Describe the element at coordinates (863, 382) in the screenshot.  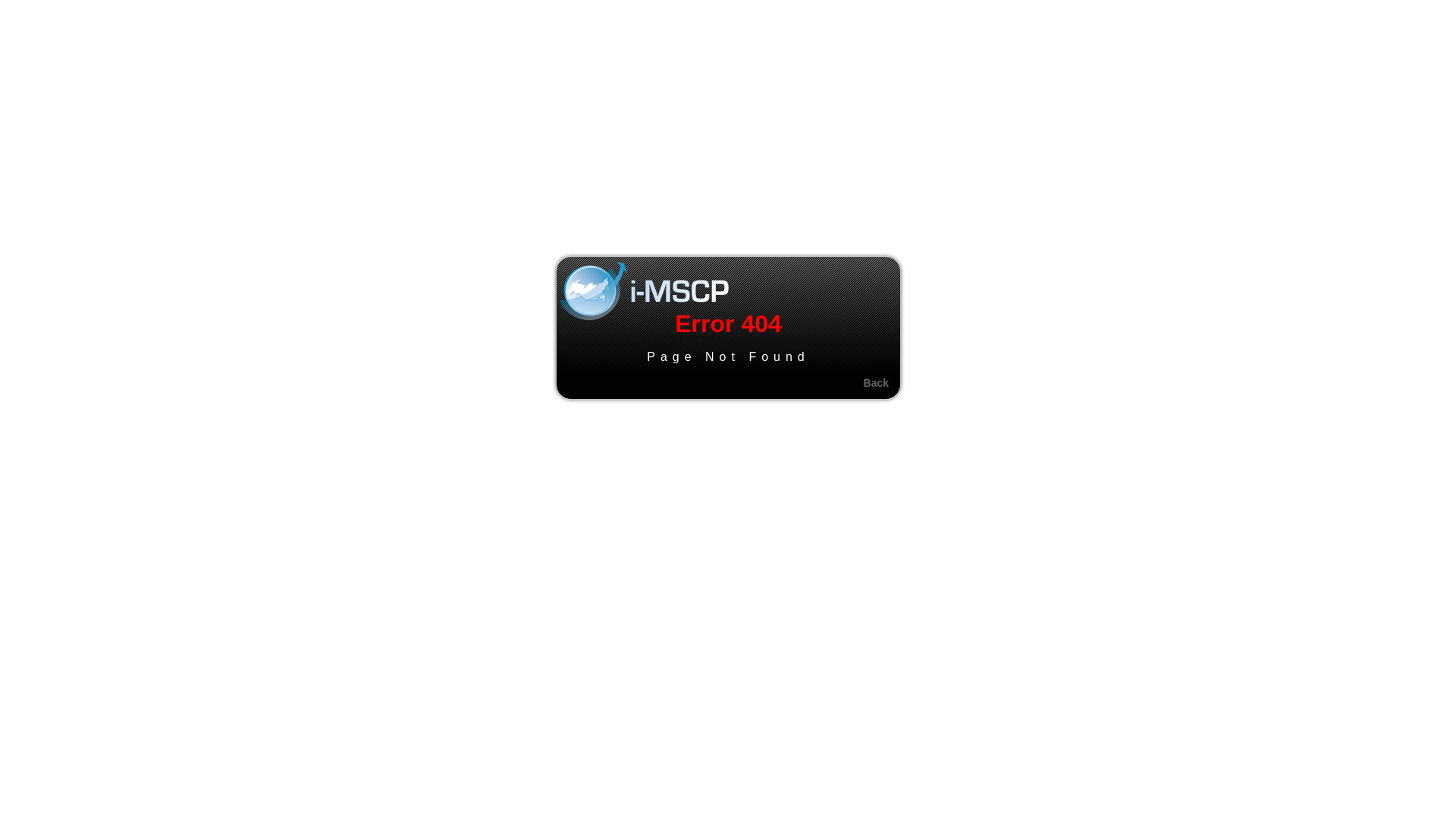
I see `'Back'` at that location.